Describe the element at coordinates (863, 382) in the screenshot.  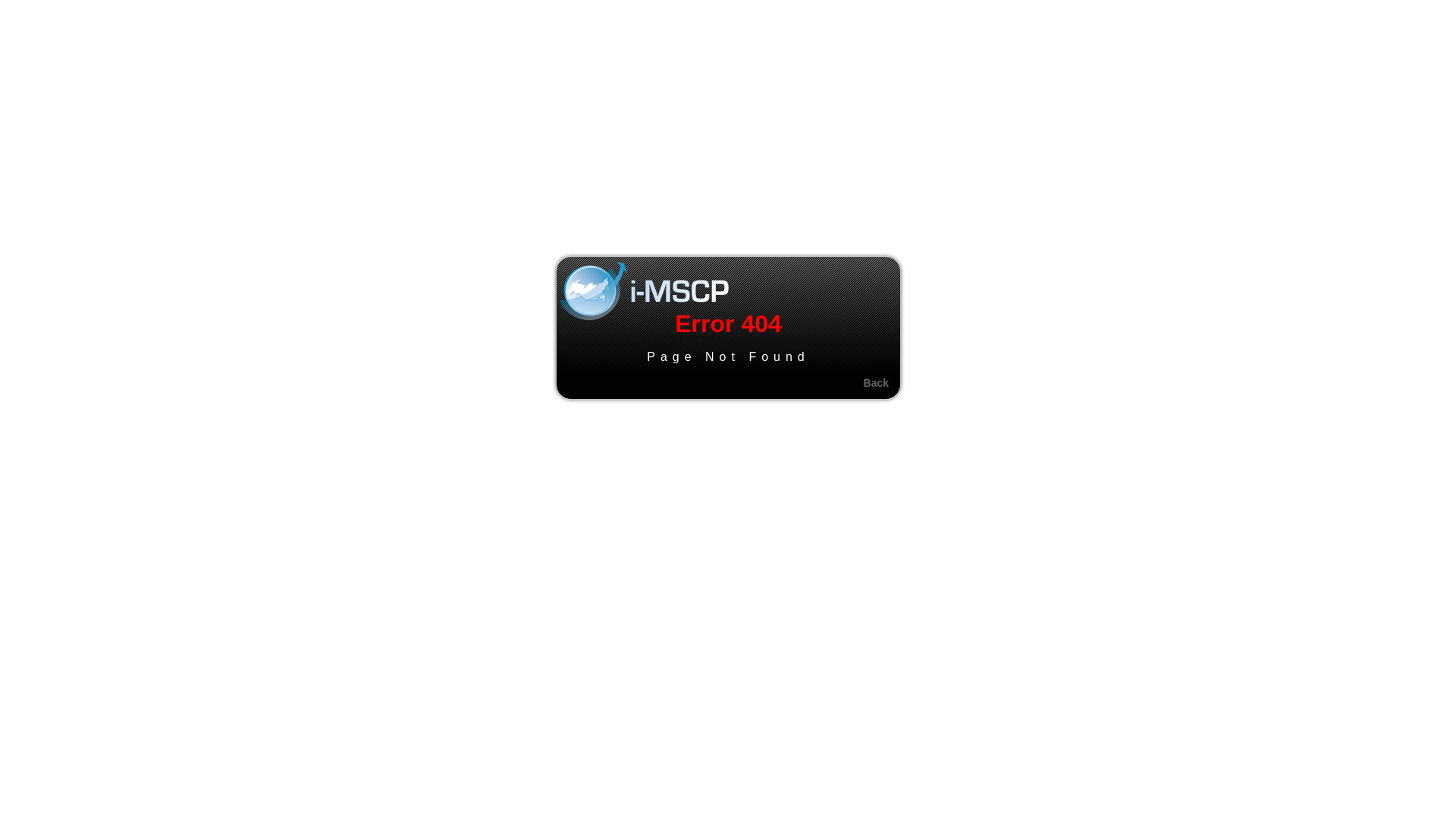
I see `'Back'` at that location.